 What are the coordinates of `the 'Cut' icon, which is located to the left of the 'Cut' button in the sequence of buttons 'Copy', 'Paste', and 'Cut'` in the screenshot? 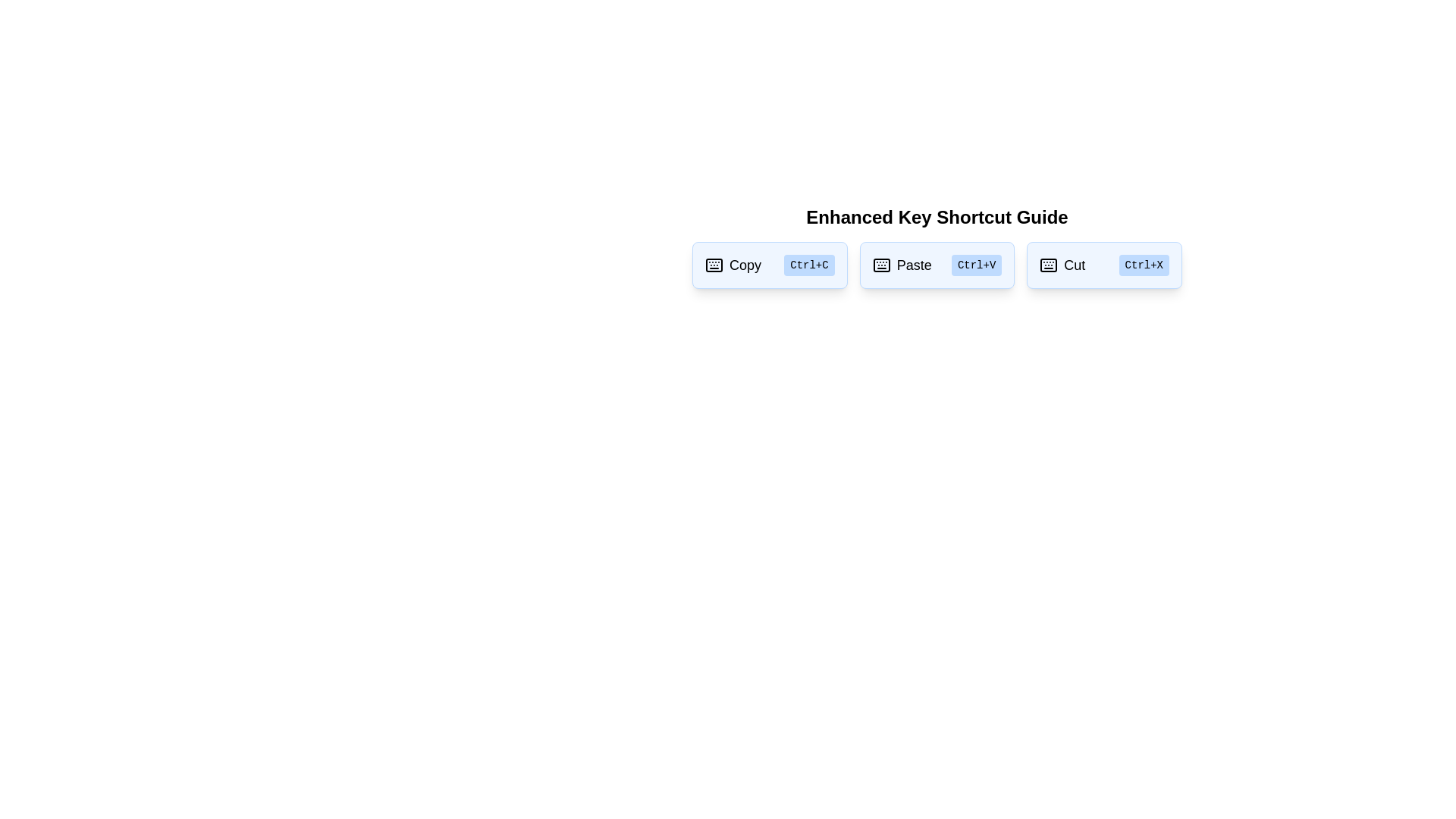 It's located at (1048, 265).